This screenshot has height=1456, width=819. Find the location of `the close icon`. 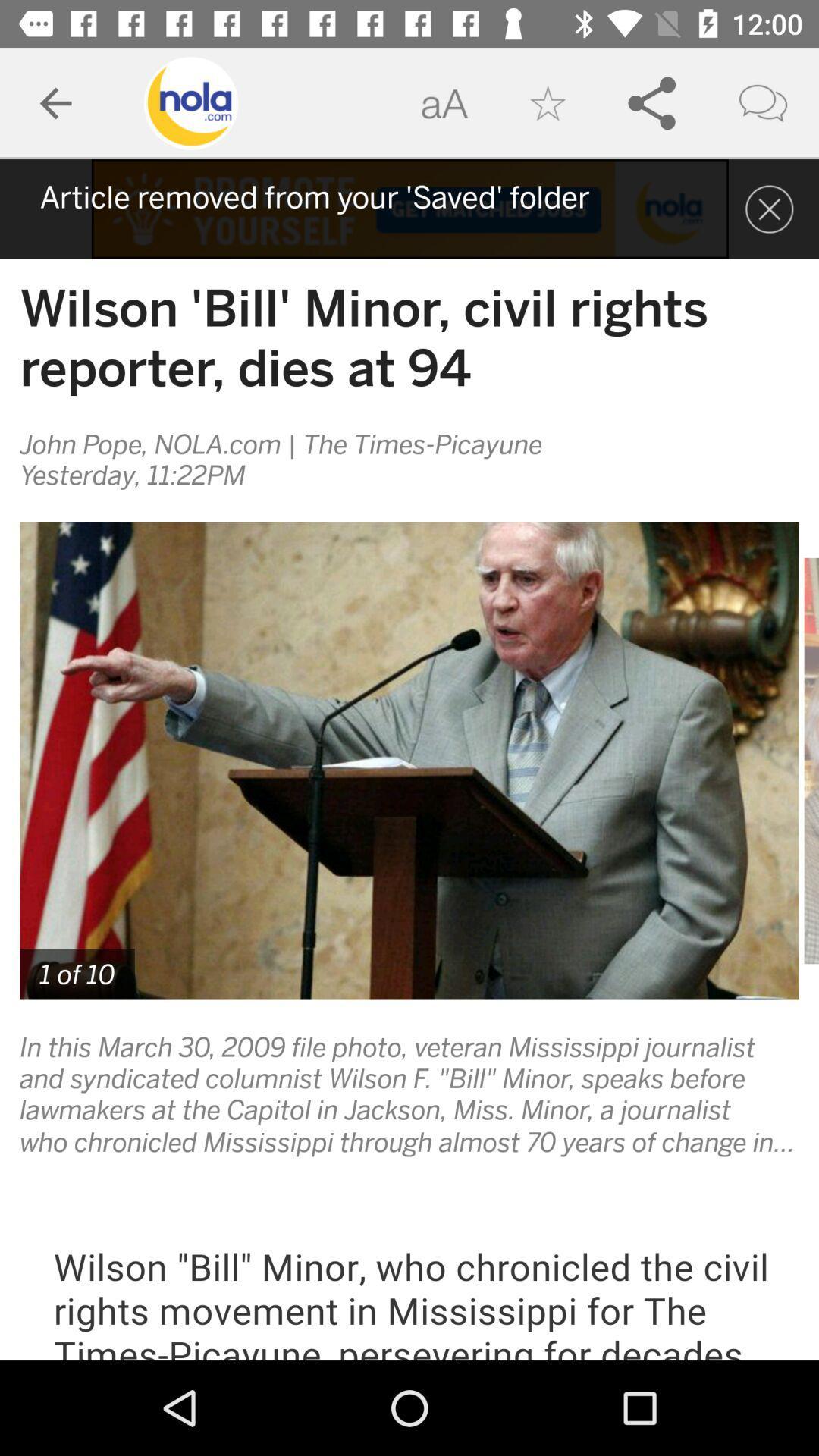

the close icon is located at coordinates (769, 208).